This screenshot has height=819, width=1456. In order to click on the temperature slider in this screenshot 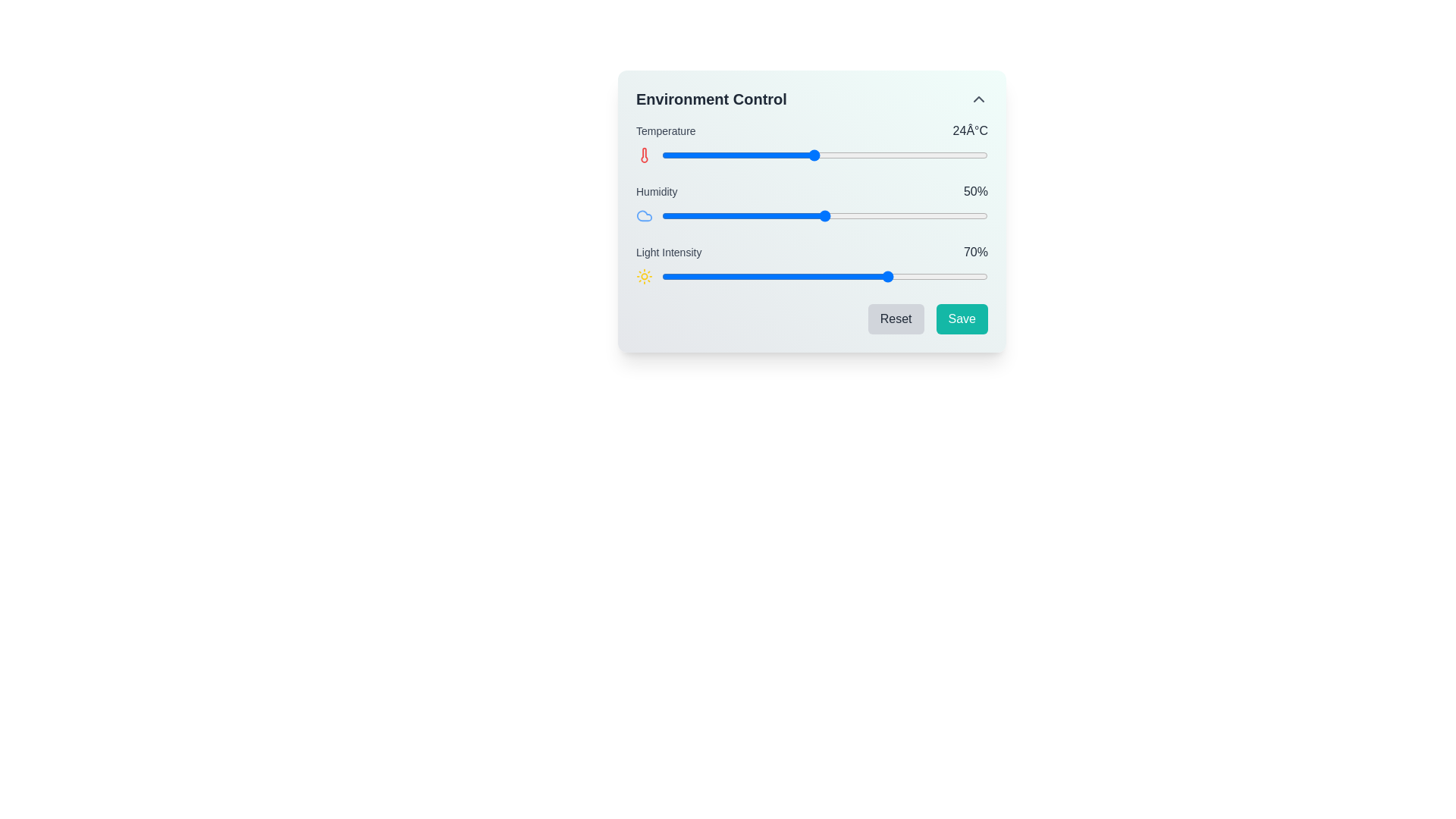, I will do `click(846, 155)`.